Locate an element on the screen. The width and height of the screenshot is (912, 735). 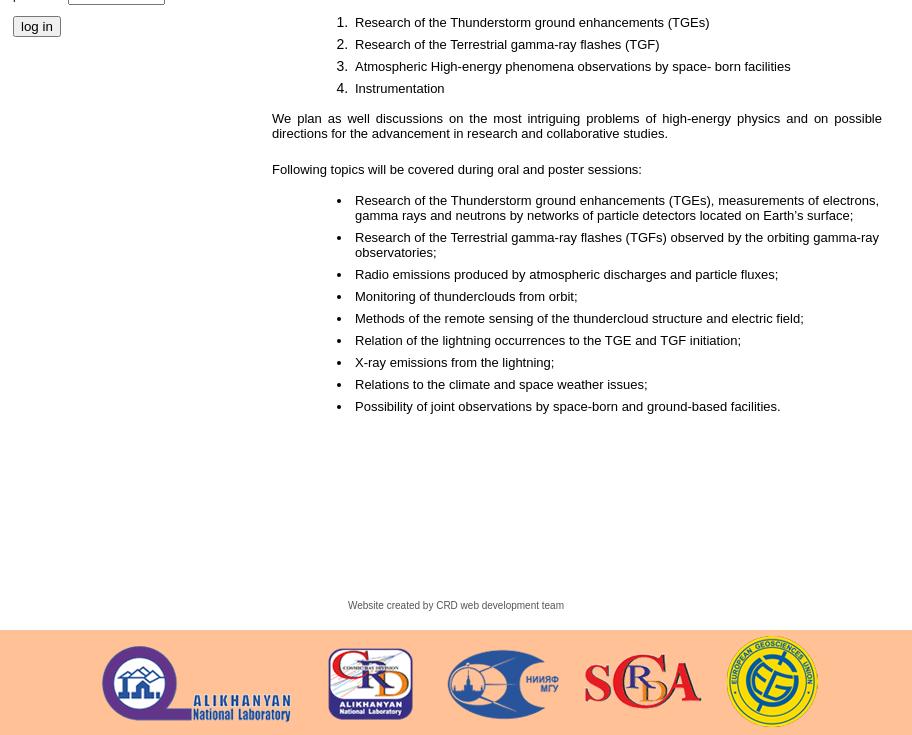
'Radio emissions produced by atmospheric discharges and particle fluxes;' is located at coordinates (574, 274).